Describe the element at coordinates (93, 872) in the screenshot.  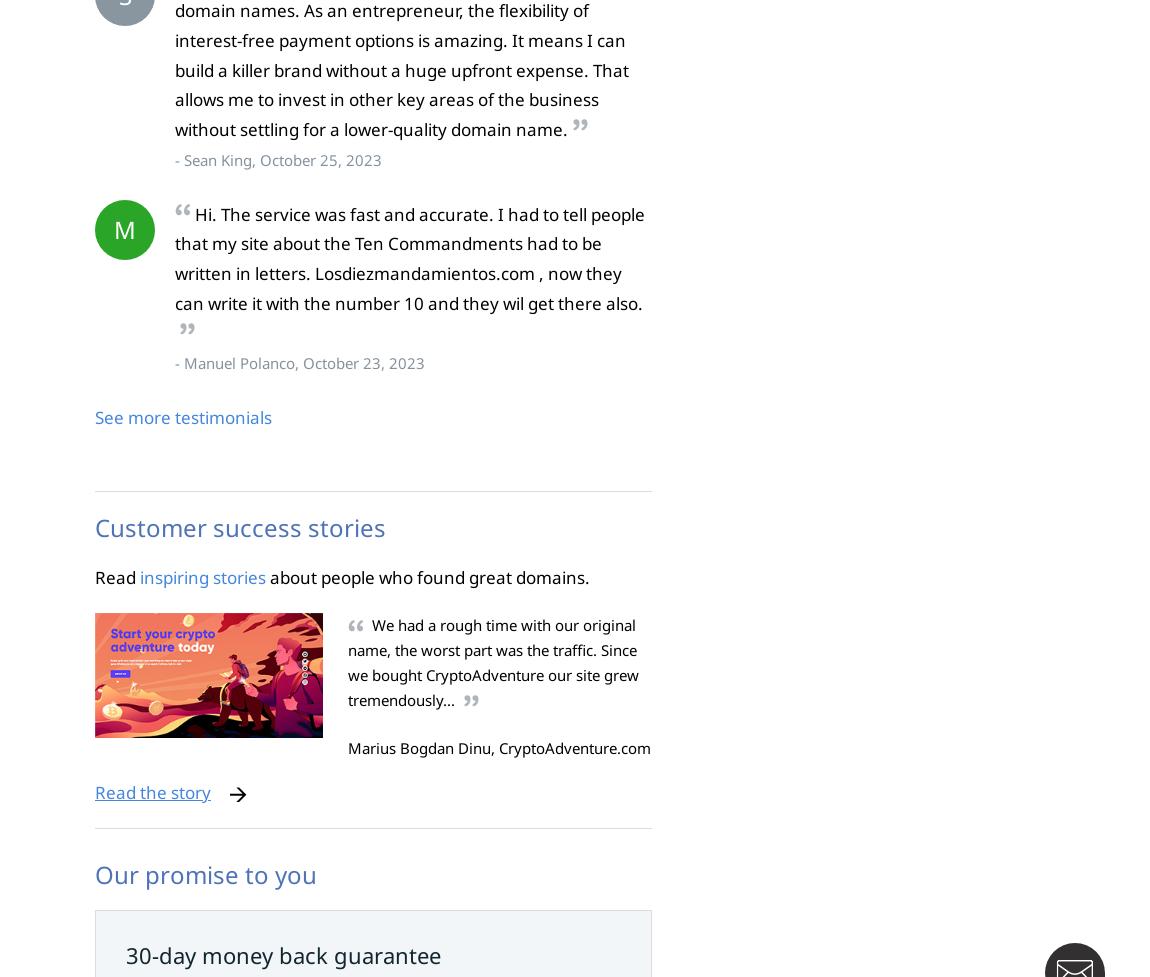
I see `'Our promise to you'` at that location.